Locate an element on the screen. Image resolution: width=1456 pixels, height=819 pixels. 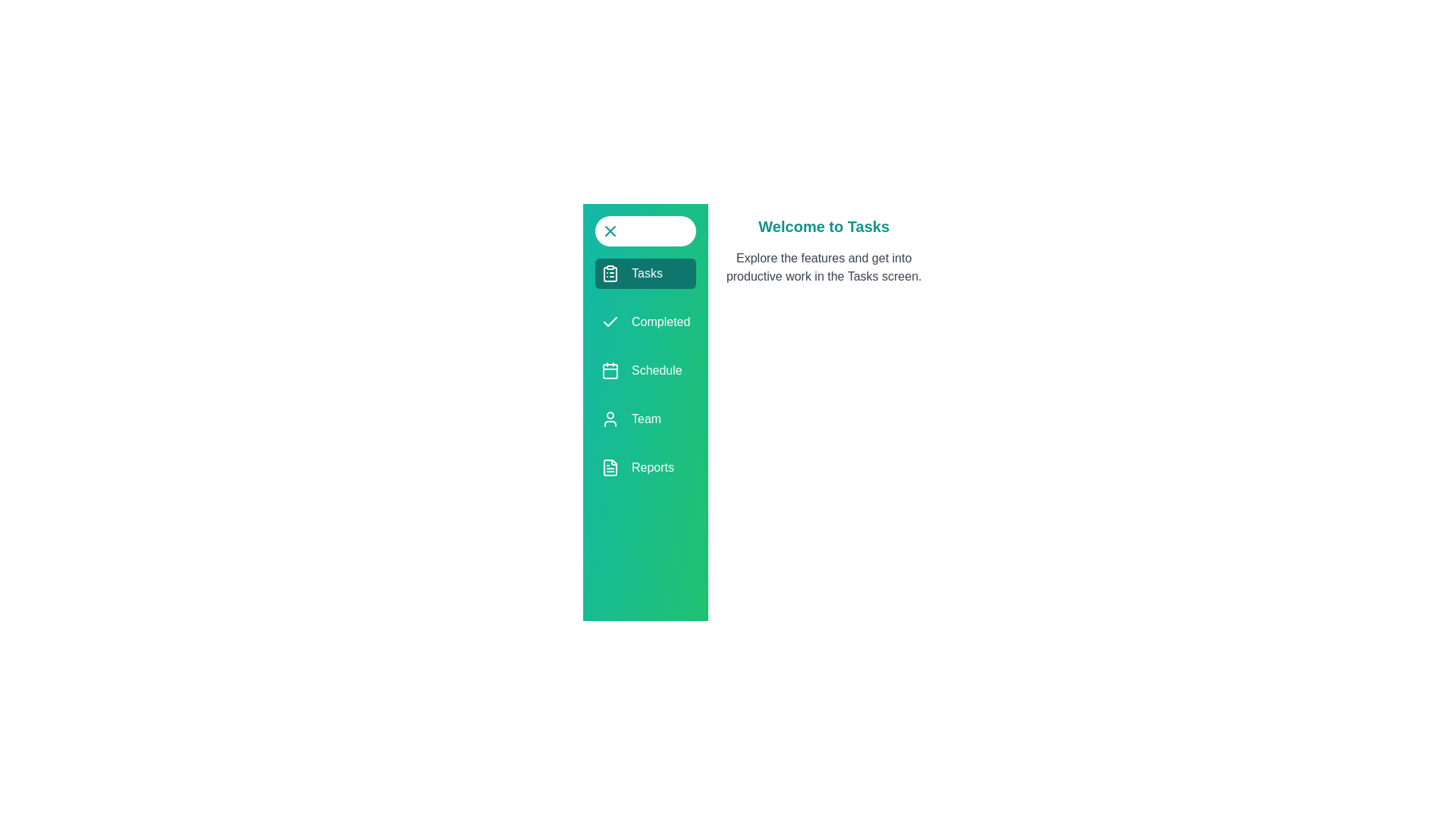
the menu option Reports in the drawer is located at coordinates (645, 467).